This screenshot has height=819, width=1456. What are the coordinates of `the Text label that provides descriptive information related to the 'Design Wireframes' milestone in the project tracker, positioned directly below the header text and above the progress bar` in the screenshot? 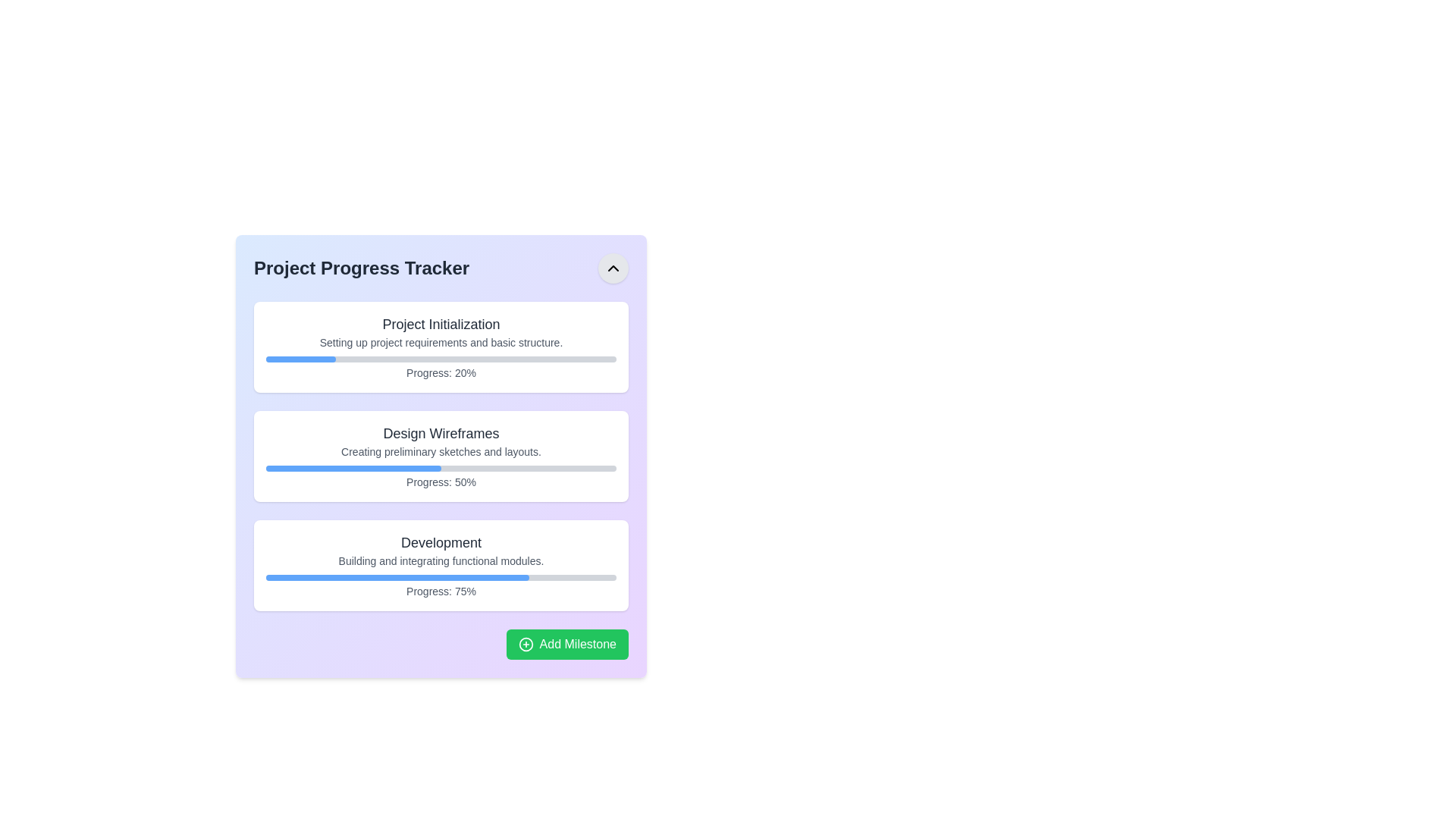 It's located at (440, 451).